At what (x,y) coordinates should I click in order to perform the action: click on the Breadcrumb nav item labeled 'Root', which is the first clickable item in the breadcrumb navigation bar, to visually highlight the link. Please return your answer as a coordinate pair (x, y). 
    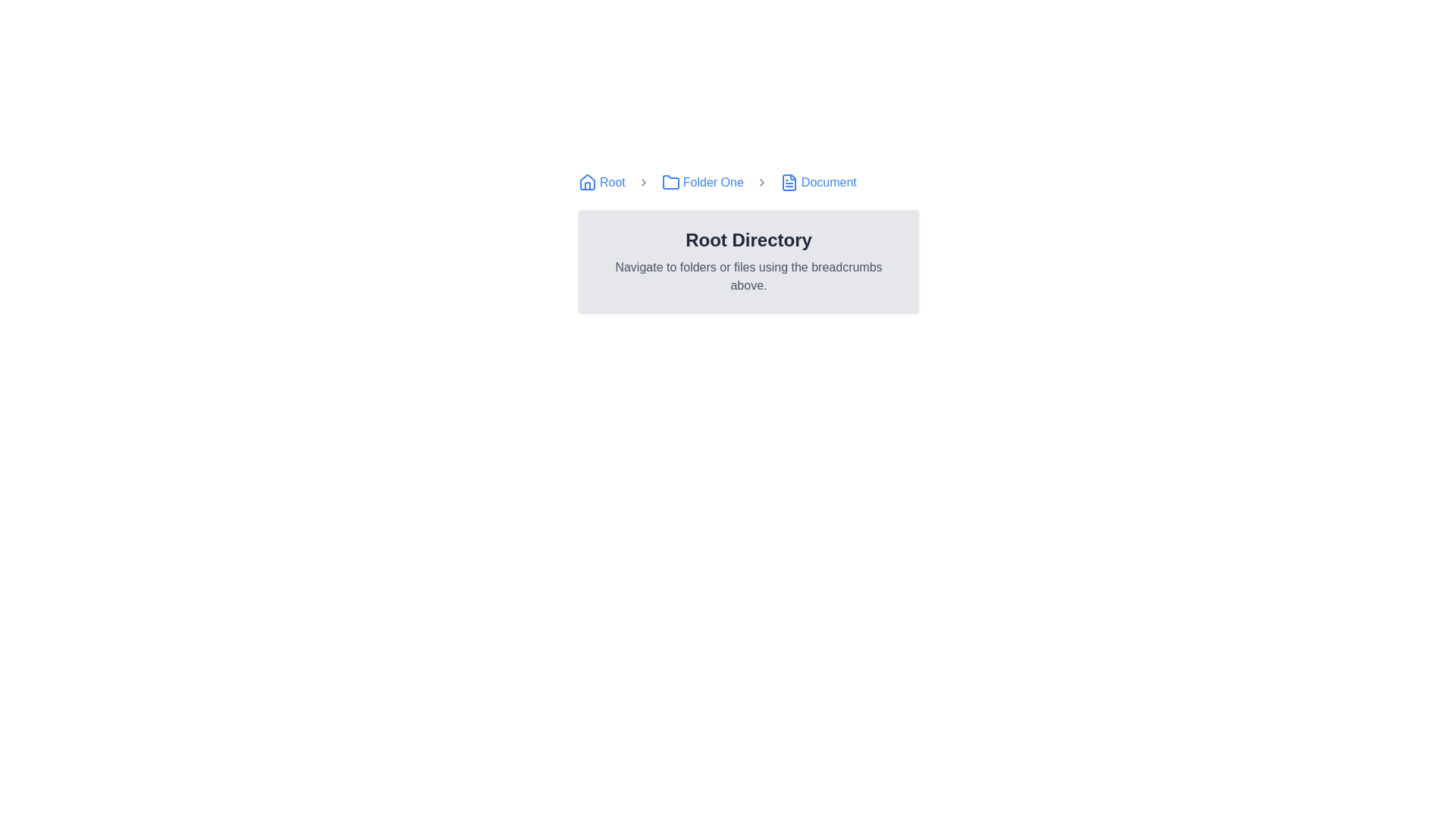
    Looking at the image, I should click on (601, 181).